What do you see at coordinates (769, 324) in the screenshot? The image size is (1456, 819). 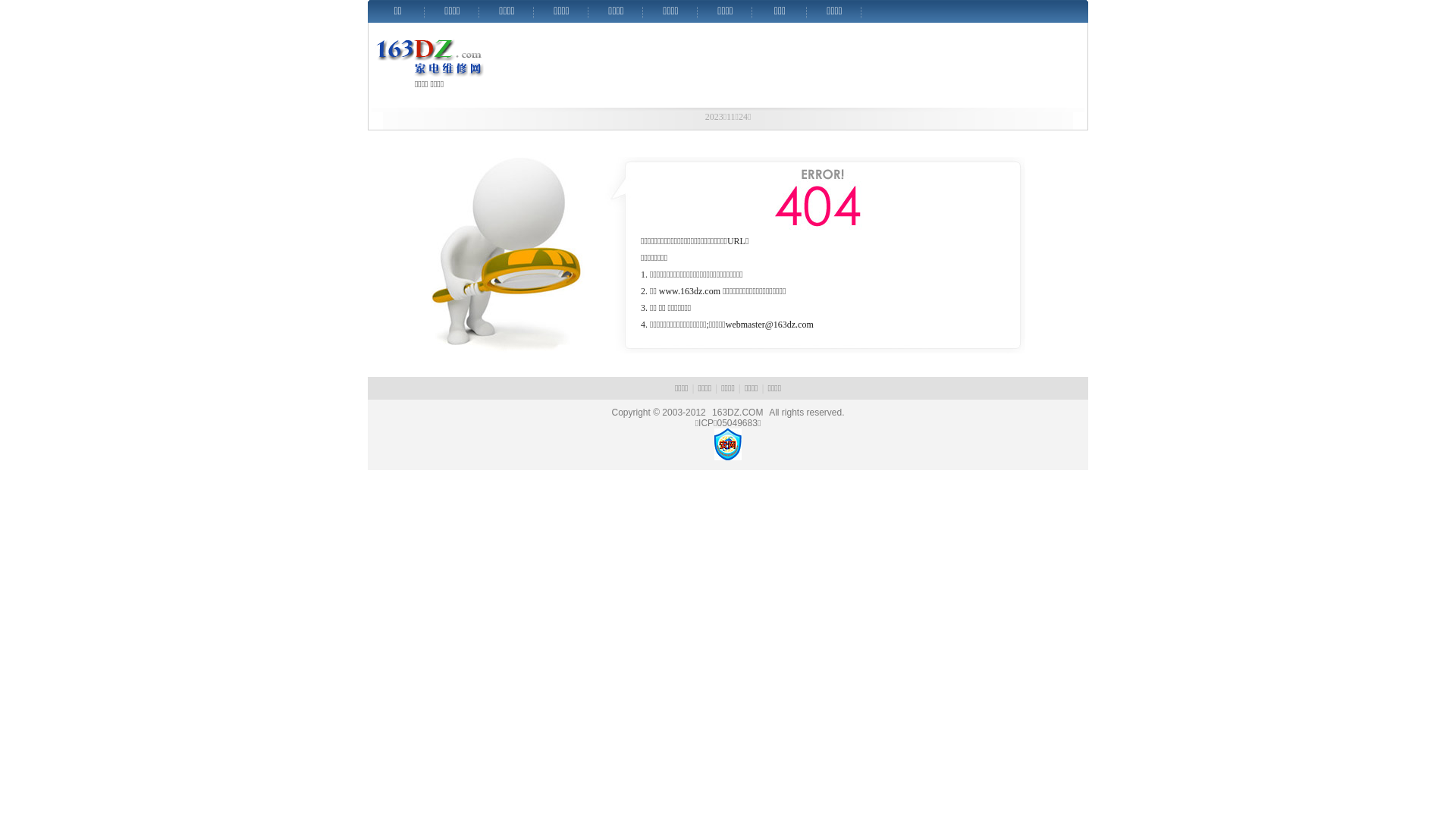 I see `'webmaster@163dz.com'` at bounding box center [769, 324].